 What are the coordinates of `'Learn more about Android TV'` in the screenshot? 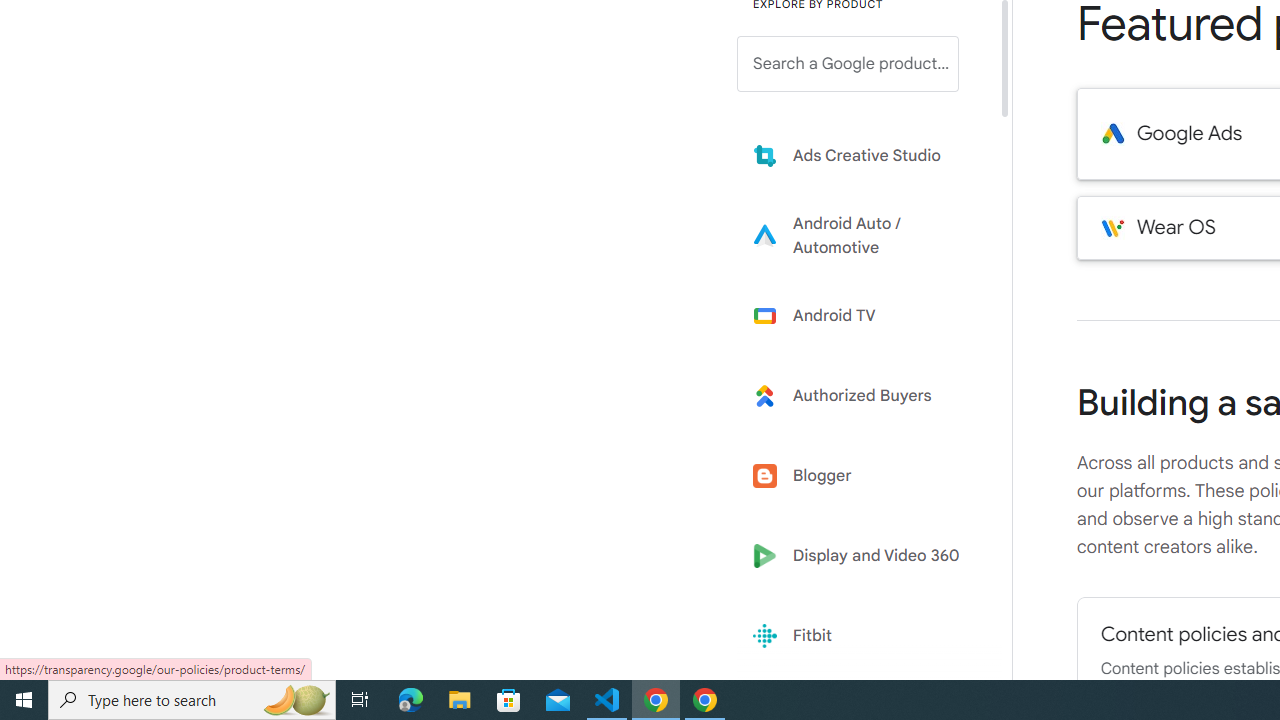 It's located at (862, 315).